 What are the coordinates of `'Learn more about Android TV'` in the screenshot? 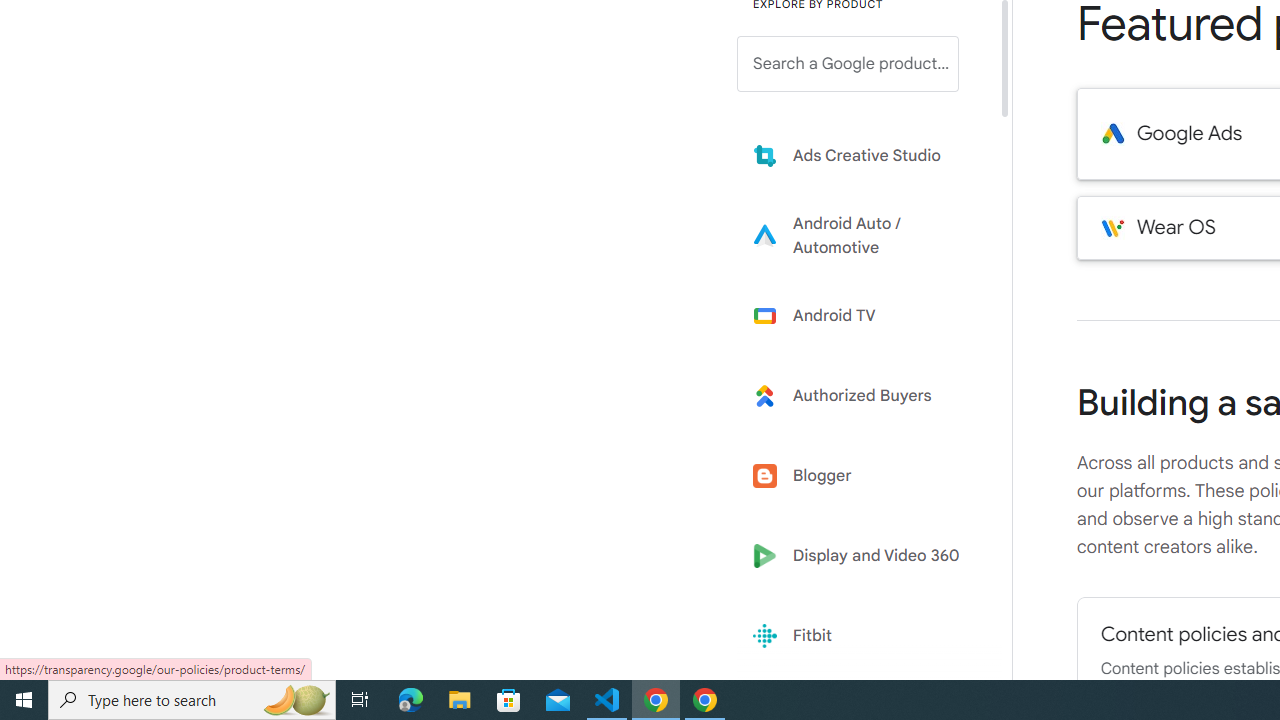 It's located at (862, 315).